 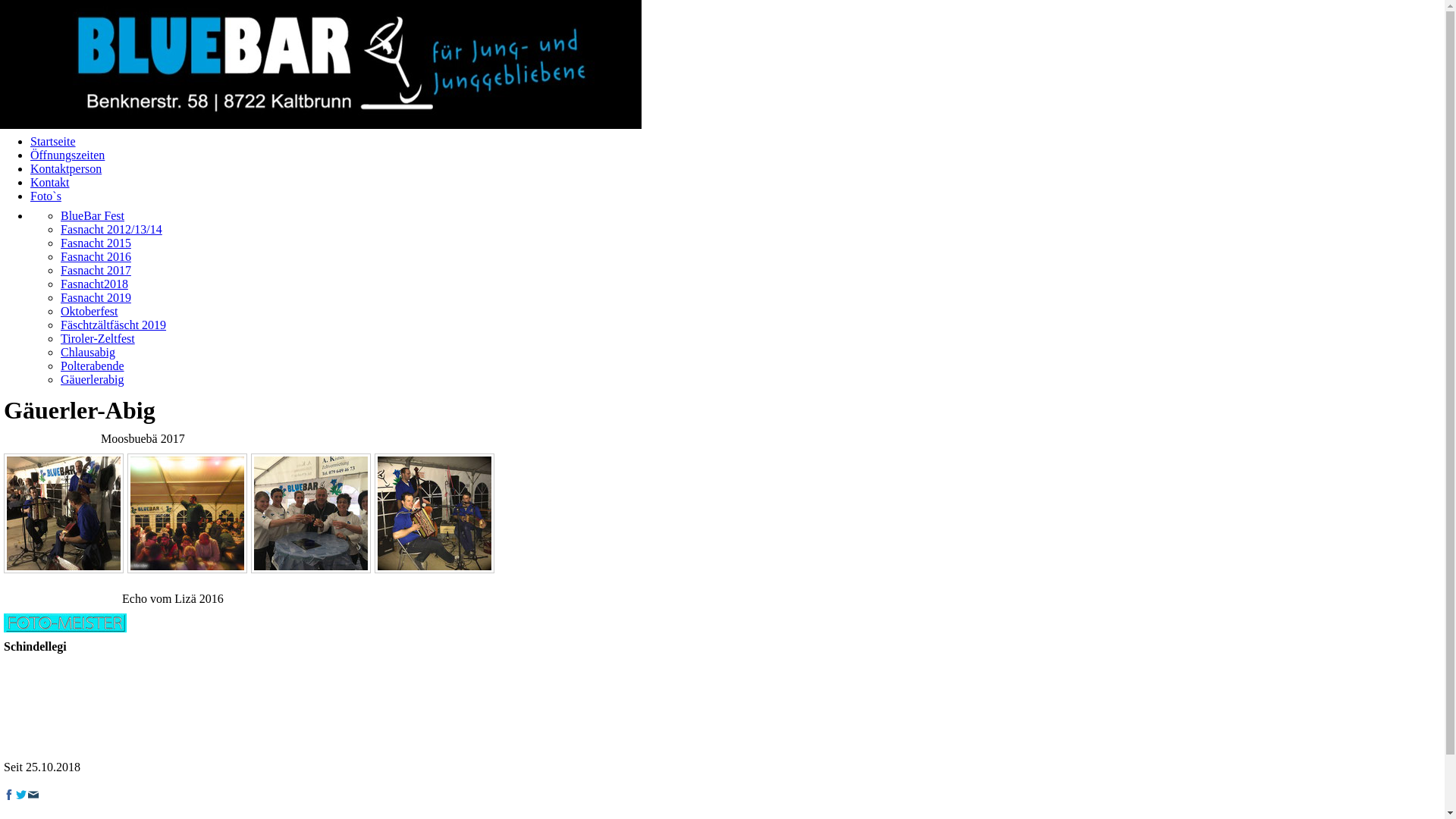 What do you see at coordinates (50, 181) in the screenshot?
I see `'Kontakt'` at bounding box center [50, 181].